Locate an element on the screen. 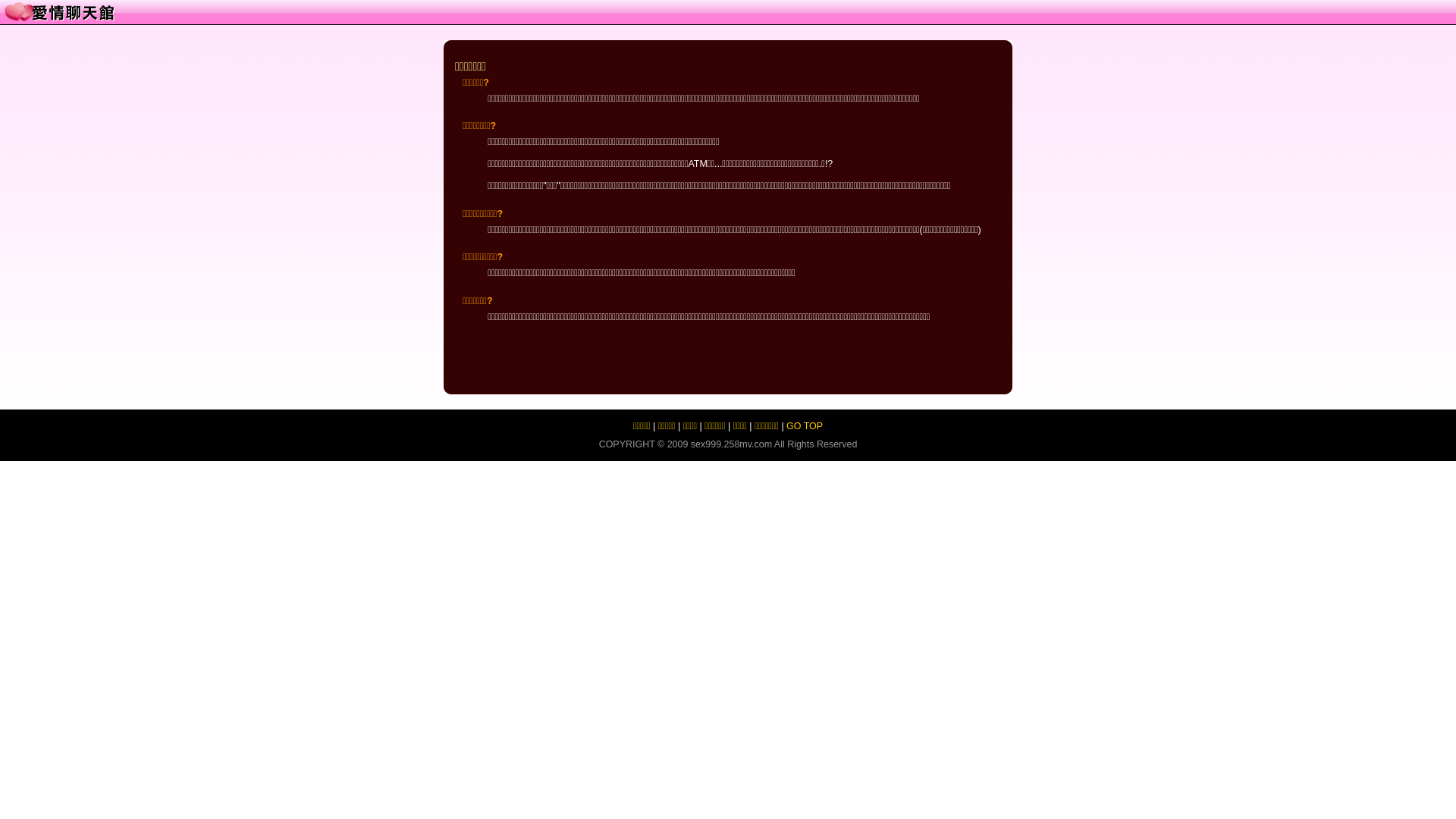 Image resolution: width=1456 pixels, height=819 pixels. 'sex999.258mv.com' is located at coordinates (731, 444).